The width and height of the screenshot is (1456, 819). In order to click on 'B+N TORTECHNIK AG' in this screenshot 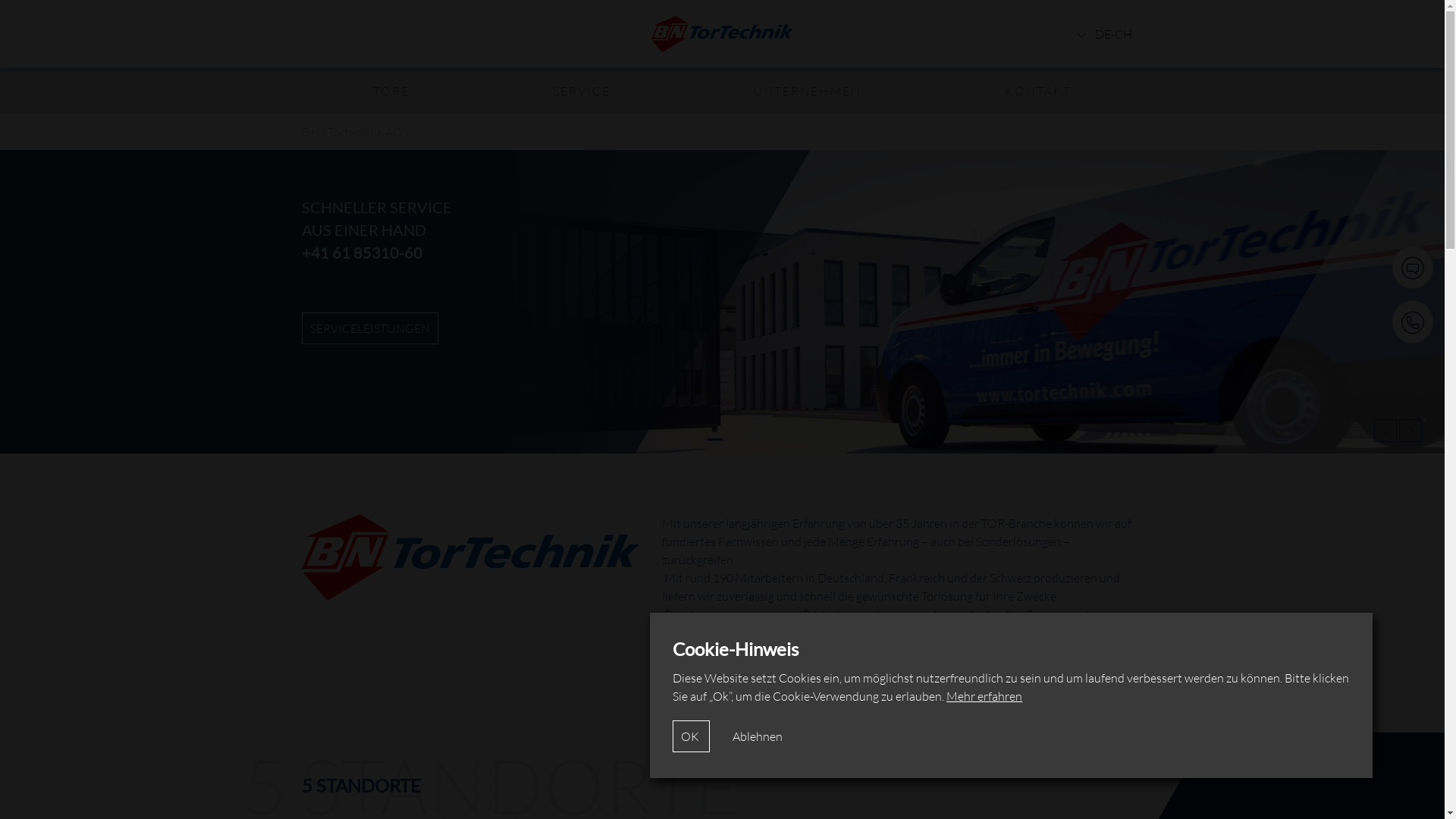, I will do `click(370, 327)`.